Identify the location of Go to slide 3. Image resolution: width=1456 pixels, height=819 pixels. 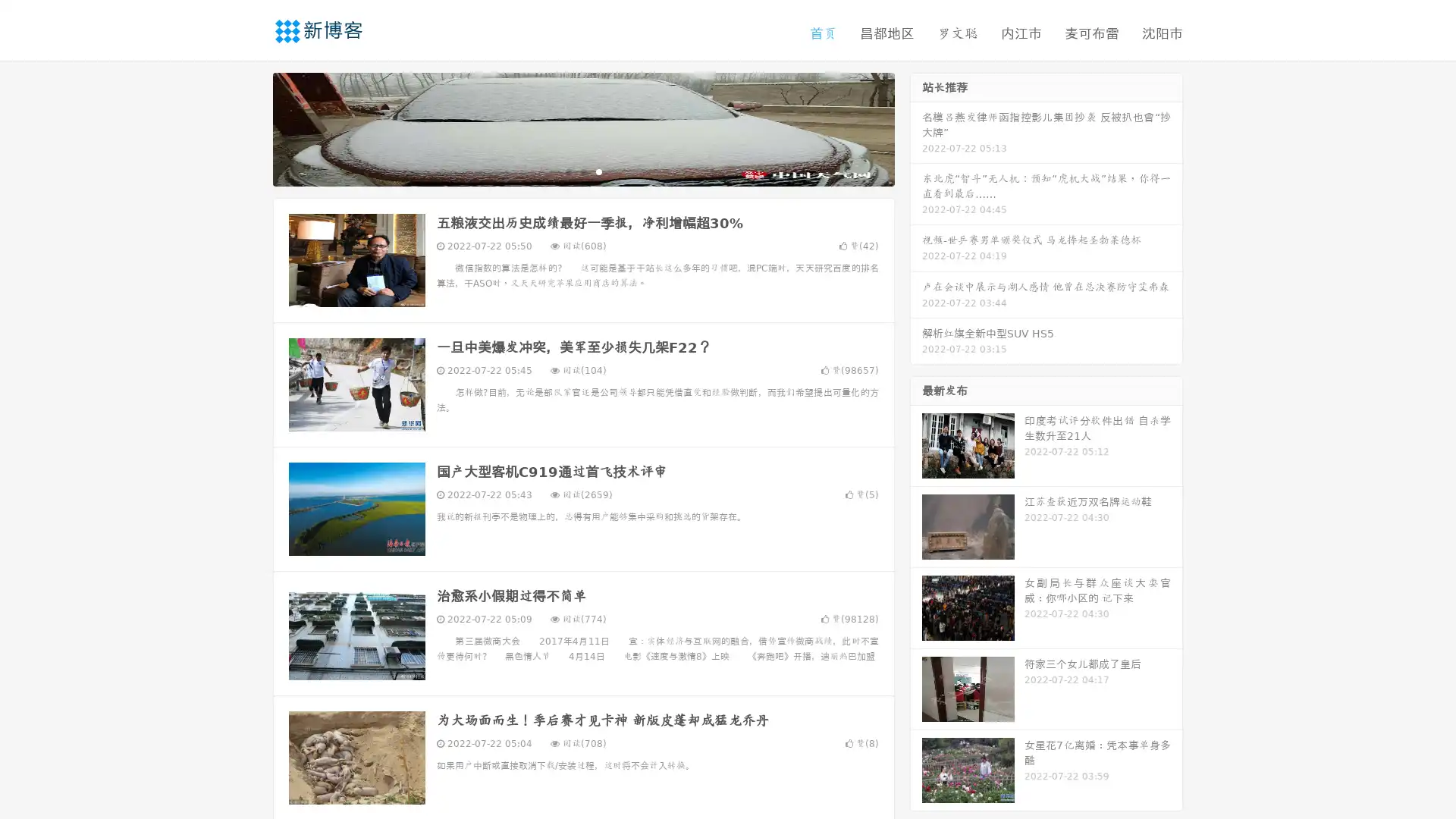
(598, 171).